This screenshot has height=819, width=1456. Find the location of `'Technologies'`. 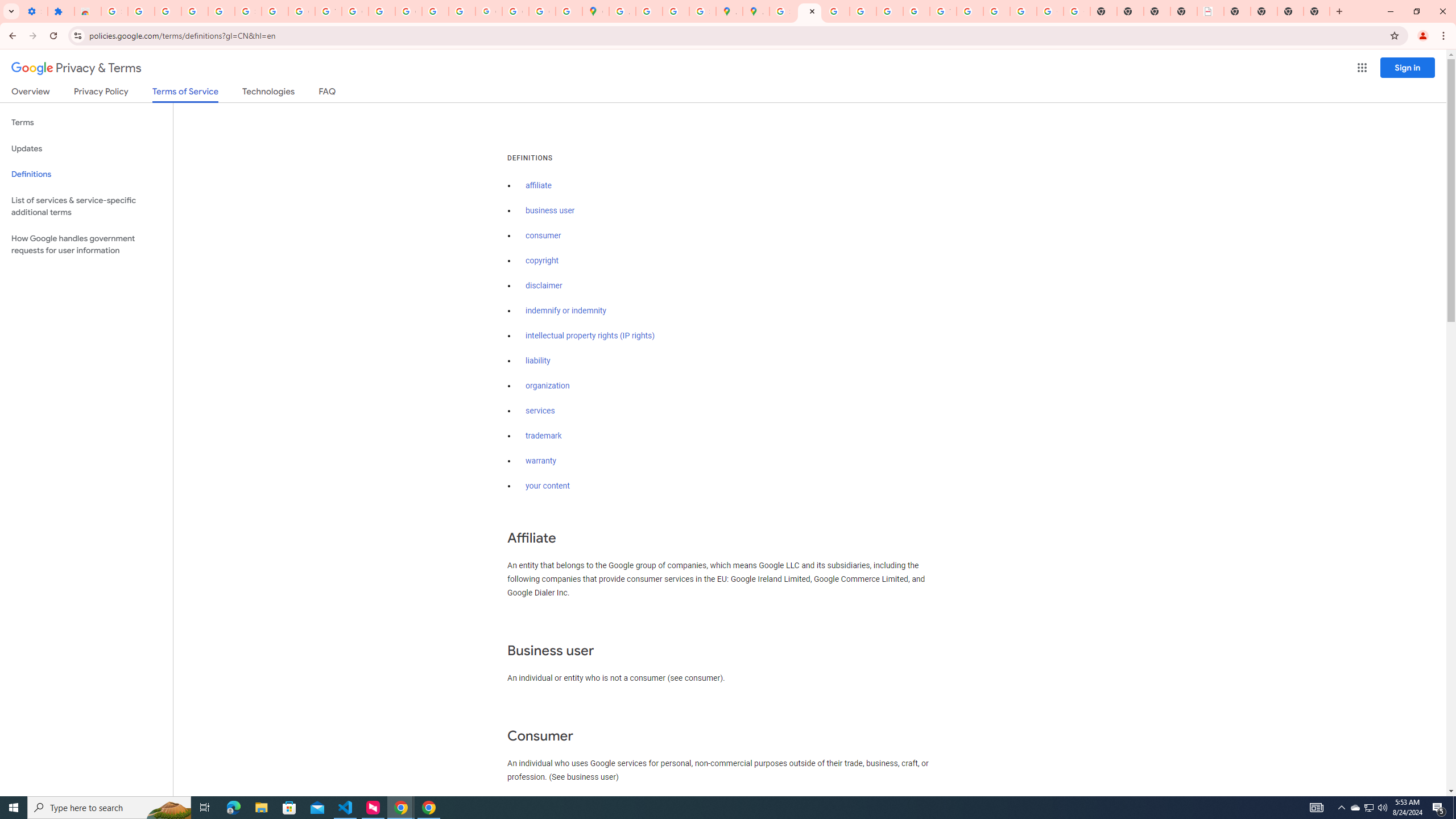

'Technologies' is located at coordinates (268, 93).